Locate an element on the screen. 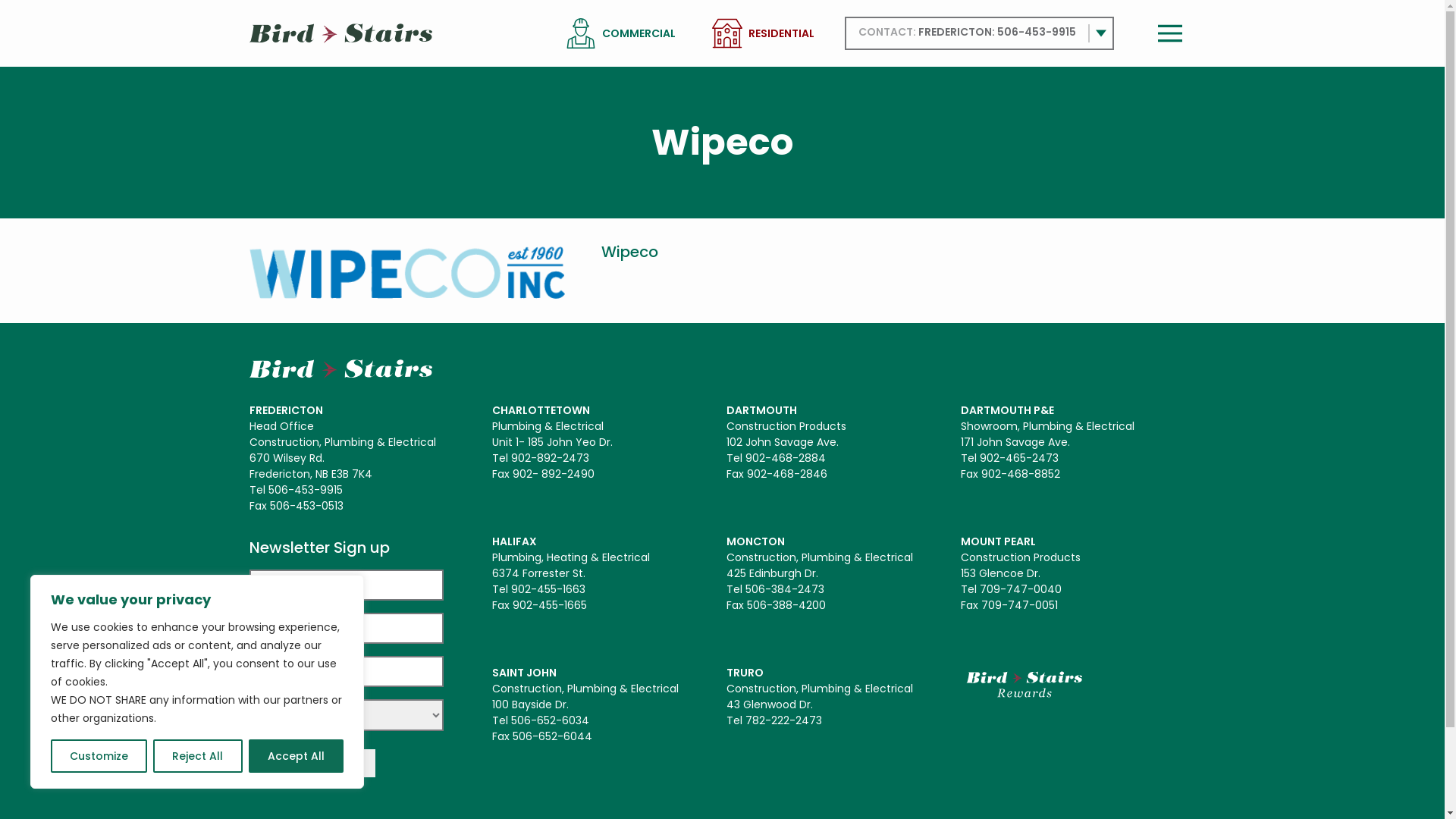  'CHARLOTTETOWN' is located at coordinates (540, 409).